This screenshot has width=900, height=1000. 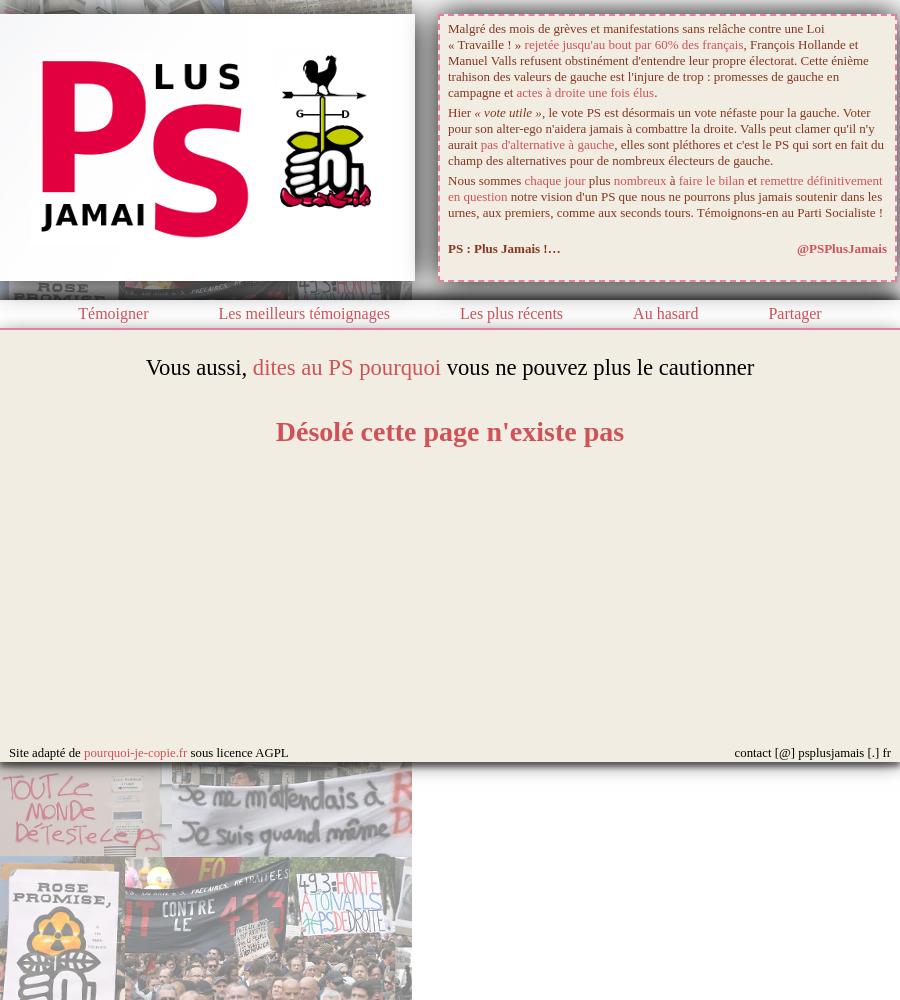 I want to click on 'pourquoi-je-copie.fr', so click(x=81, y=753).